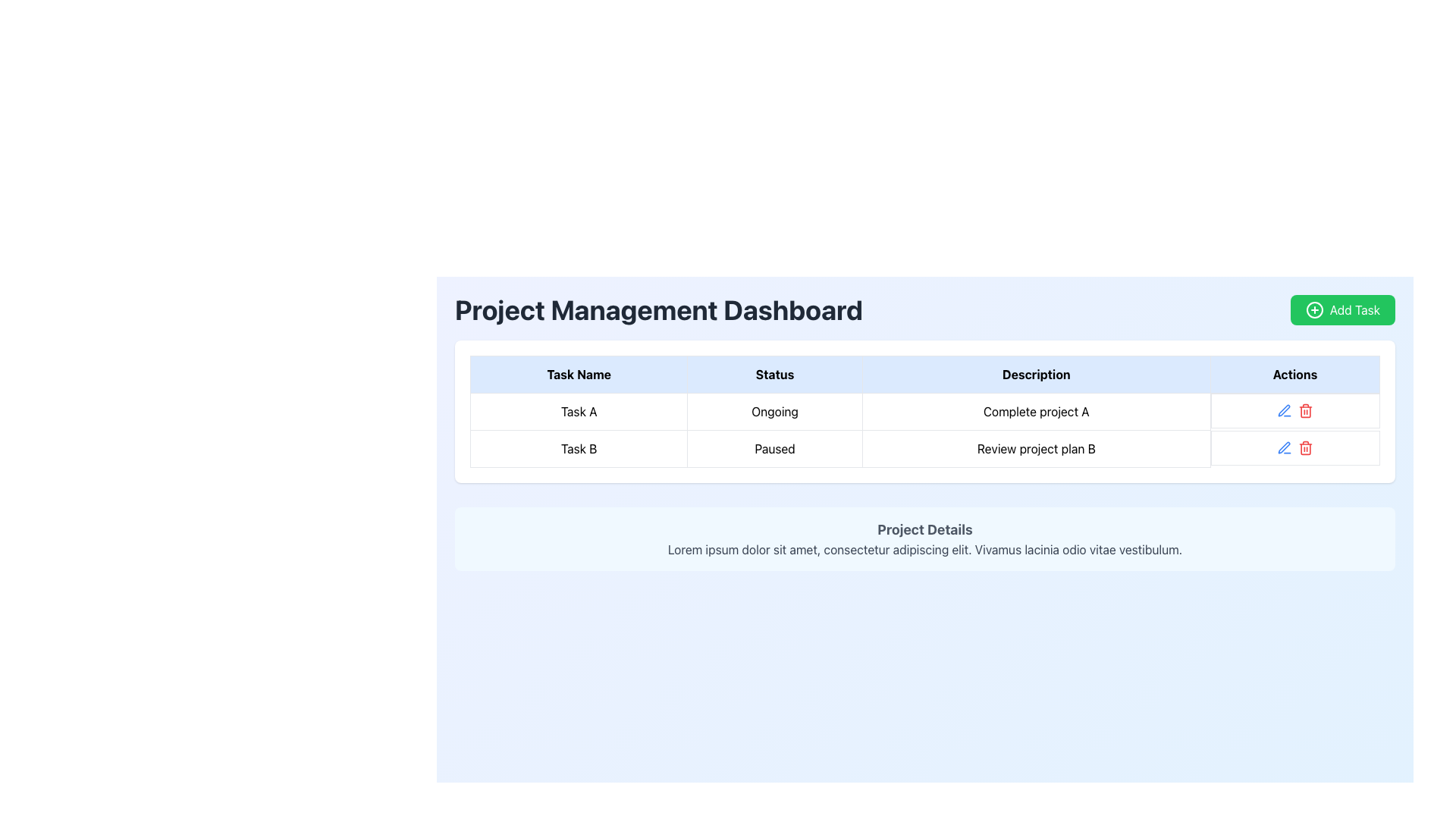  Describe the element at coordinates (1305, 448) in the screenshot. I see `the trash bin icon in the 'Actions' column for the 'Task B' entry in the table` at that location.